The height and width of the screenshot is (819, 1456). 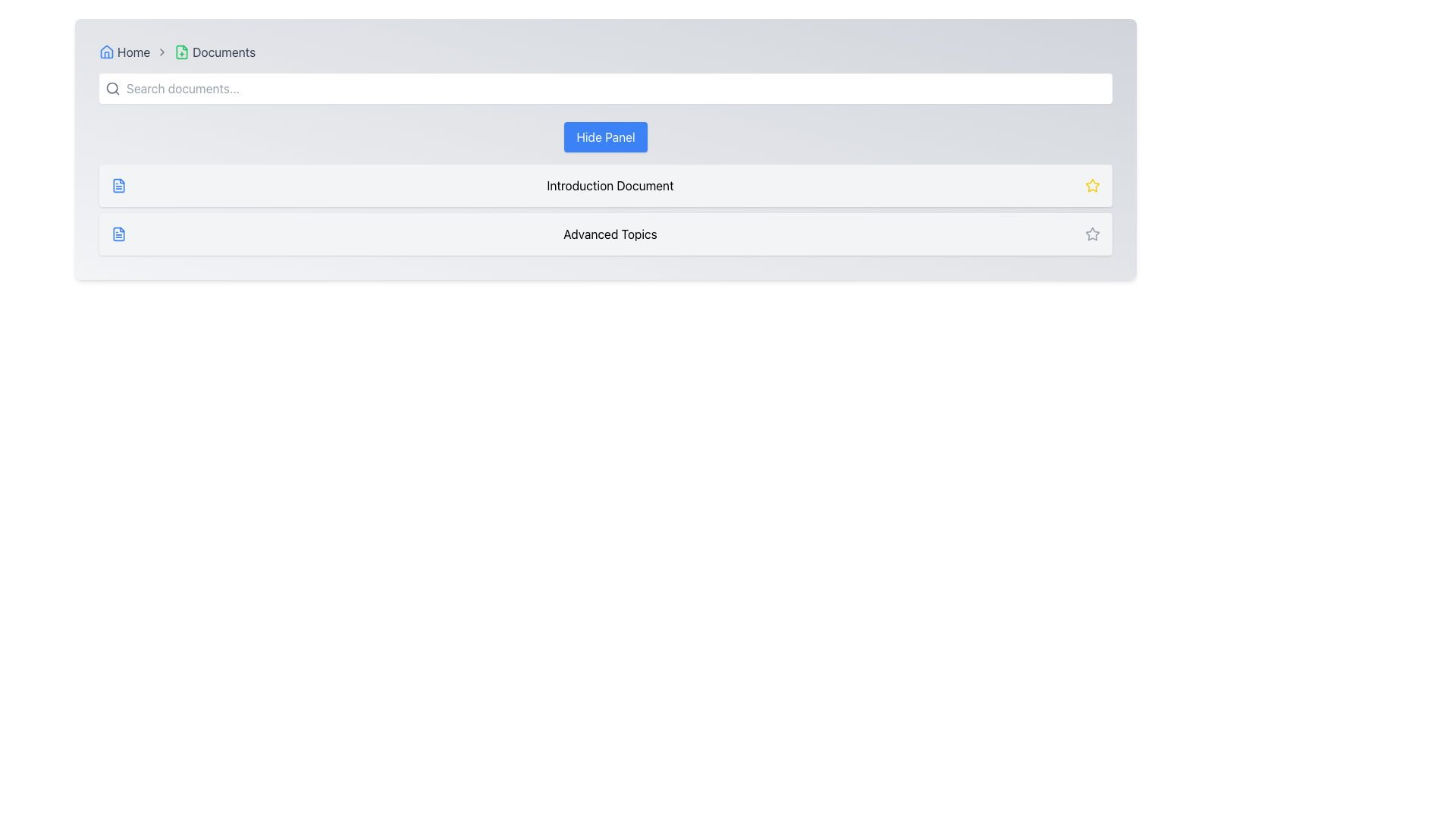 I want to click on the file/document icon in the breadcrumb navigation bar, so click(x=182, y=52).